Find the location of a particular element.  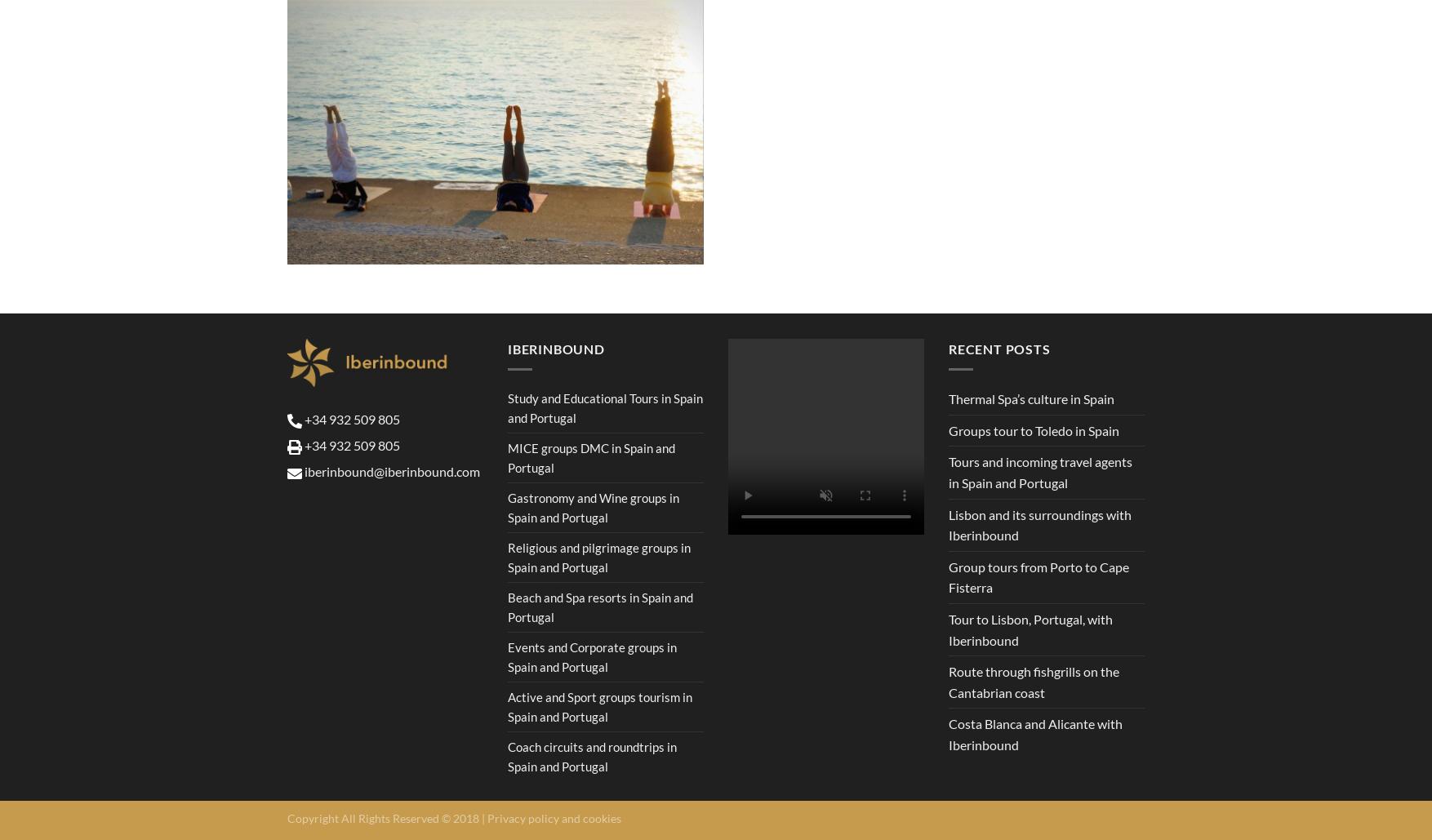

'Tour to Lisbon, Portugal, with Iberinbound' is located at coordinates (1030, 629).